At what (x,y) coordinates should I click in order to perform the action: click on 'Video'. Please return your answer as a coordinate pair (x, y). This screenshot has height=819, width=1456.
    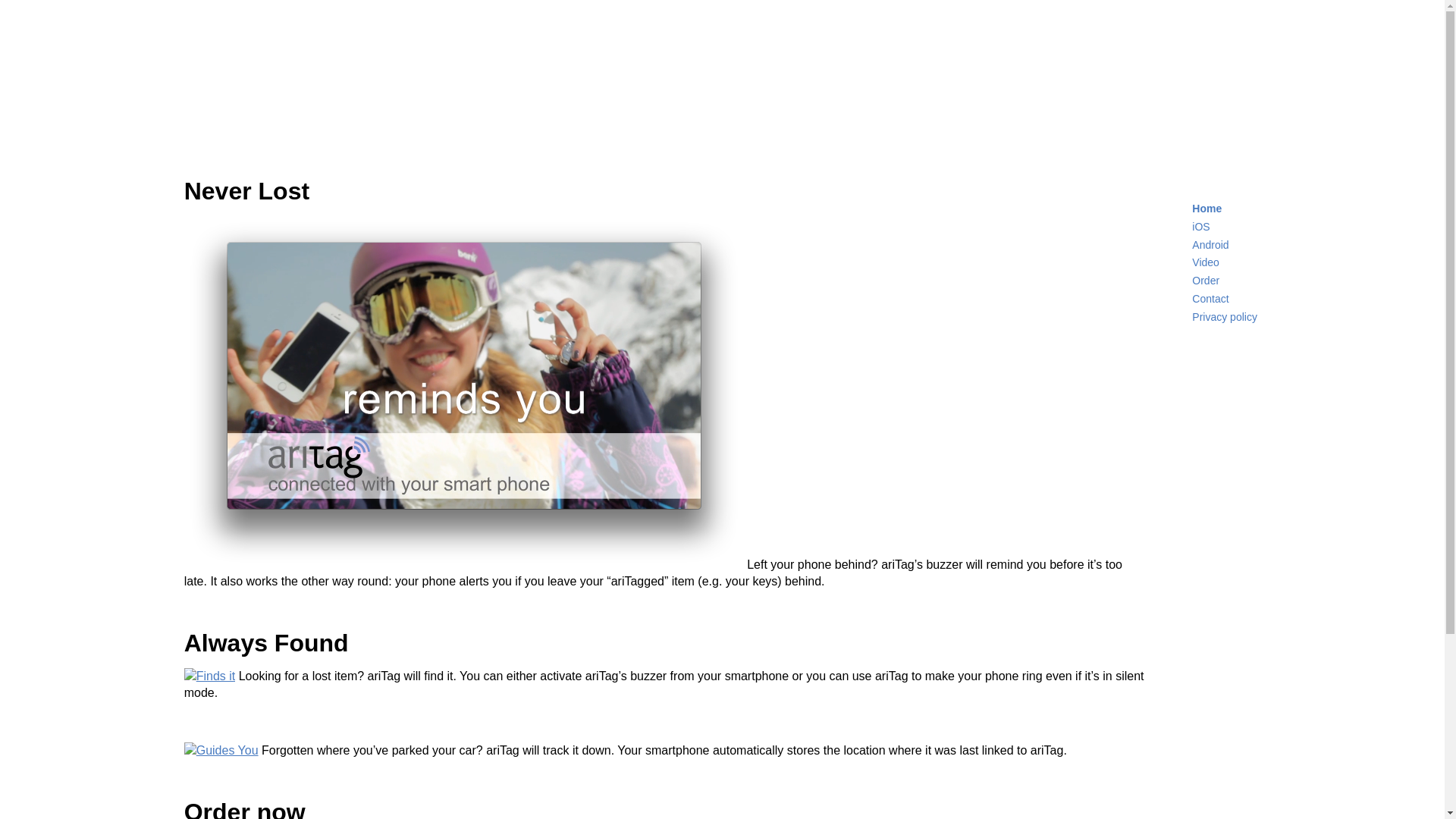
    Looking at the image, I should click on (1191, 262).